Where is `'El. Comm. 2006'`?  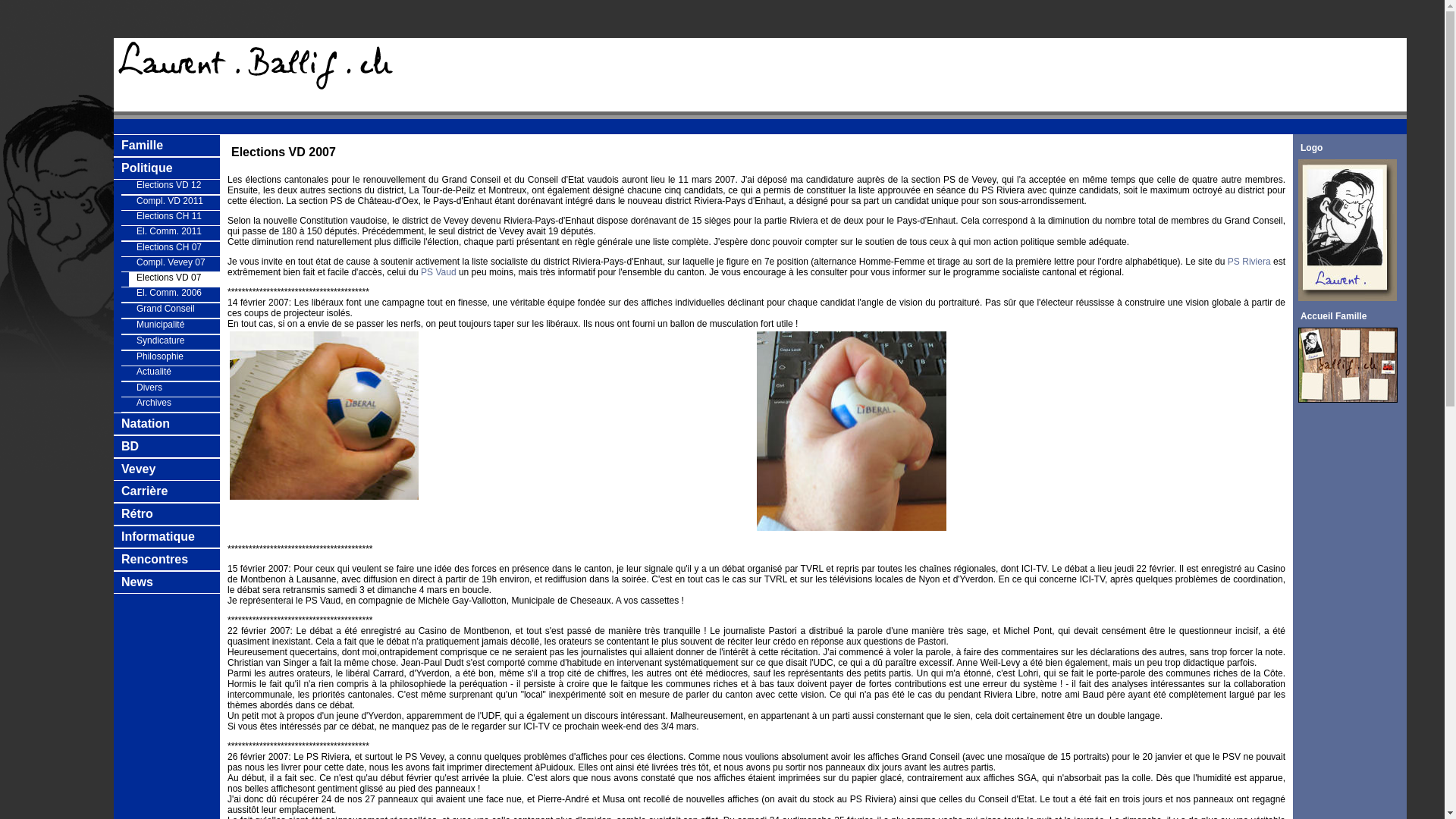
'El. Comm. 2006' is located at coordinates (174, 294).